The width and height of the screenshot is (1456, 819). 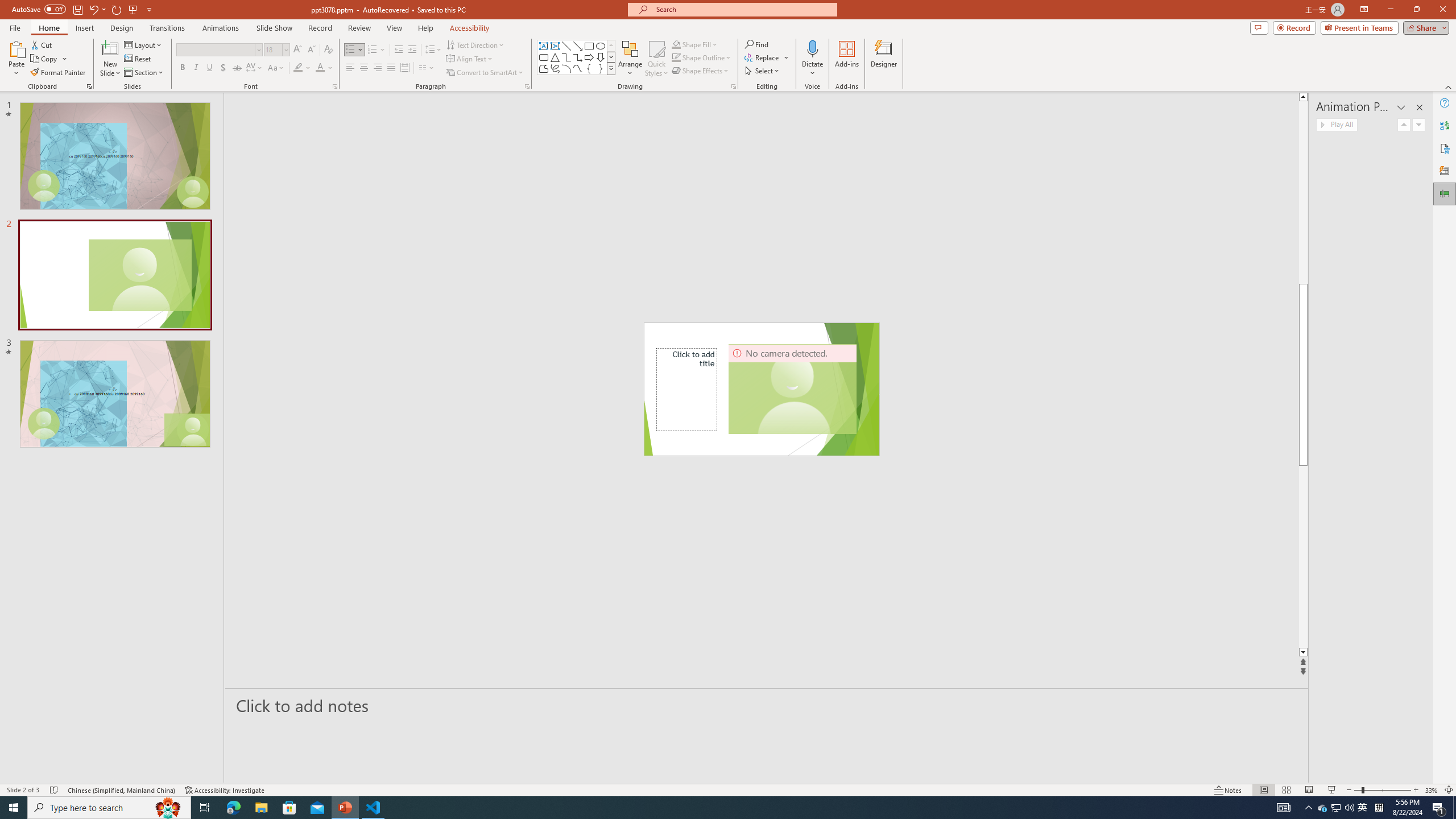 What do you see at coordinates (792, 388) in the screenshot?
I see `'Camera 3, No camera detected.'` at bounding box center [792, 388].